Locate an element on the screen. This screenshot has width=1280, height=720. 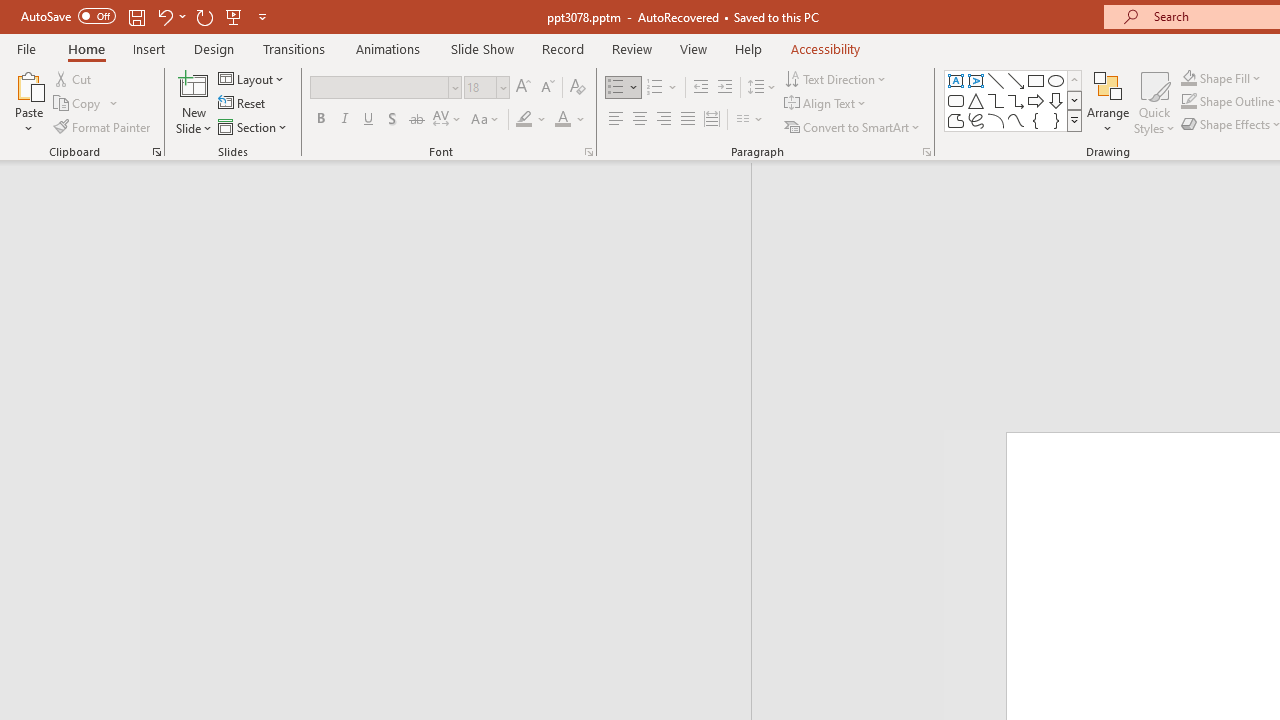
'Align Right' is located at coordinates (663, 119).